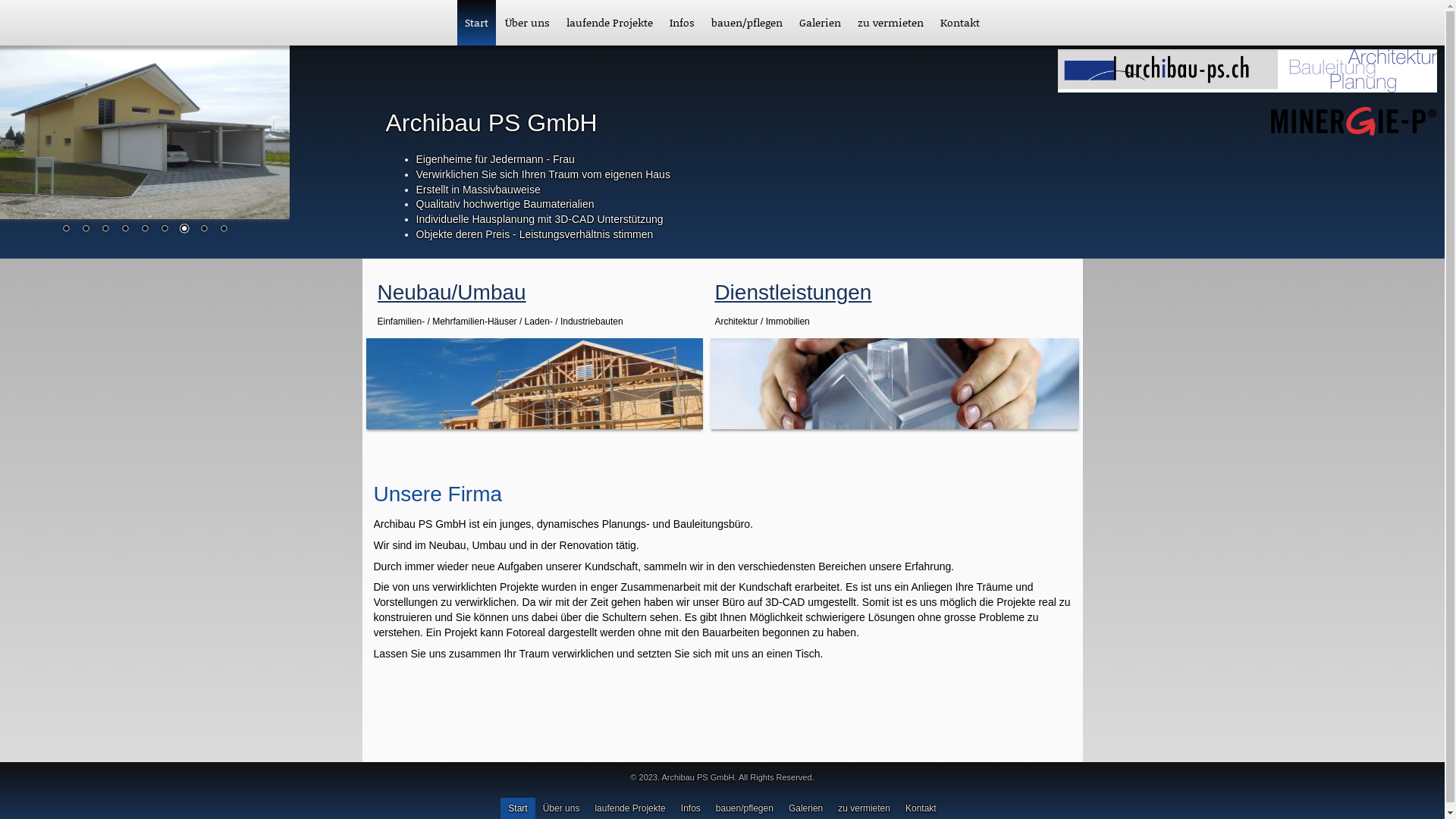  I want to click on '7', so click(175, 230).